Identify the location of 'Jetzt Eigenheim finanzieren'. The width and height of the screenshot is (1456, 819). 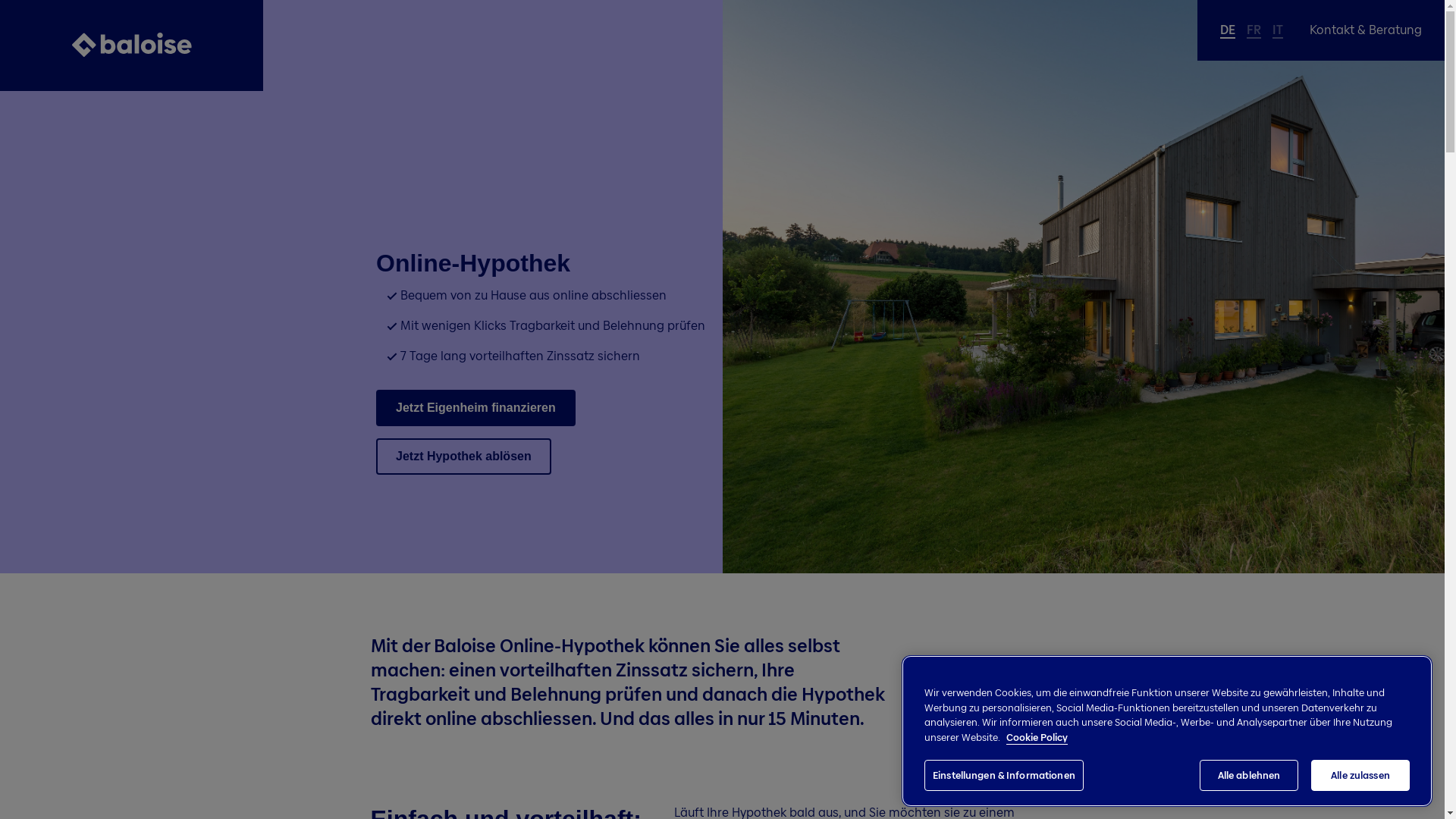
(475, 406).